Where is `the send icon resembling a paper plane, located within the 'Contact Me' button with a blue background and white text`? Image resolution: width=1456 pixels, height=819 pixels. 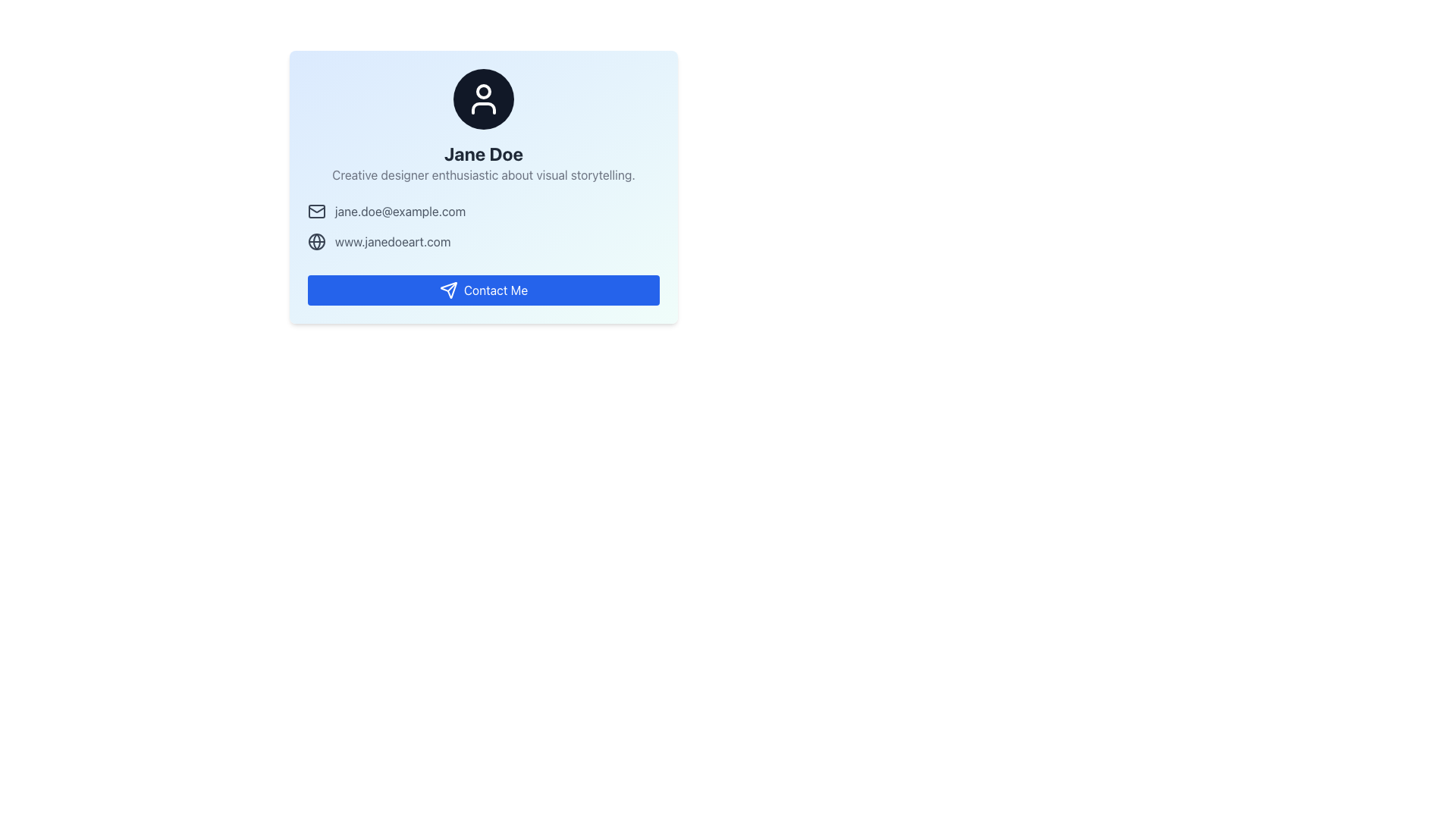 the send icon resembling a paper plane, located within the 'Contact Me' button with a blue background and white text is located at coordinates (447, 290).